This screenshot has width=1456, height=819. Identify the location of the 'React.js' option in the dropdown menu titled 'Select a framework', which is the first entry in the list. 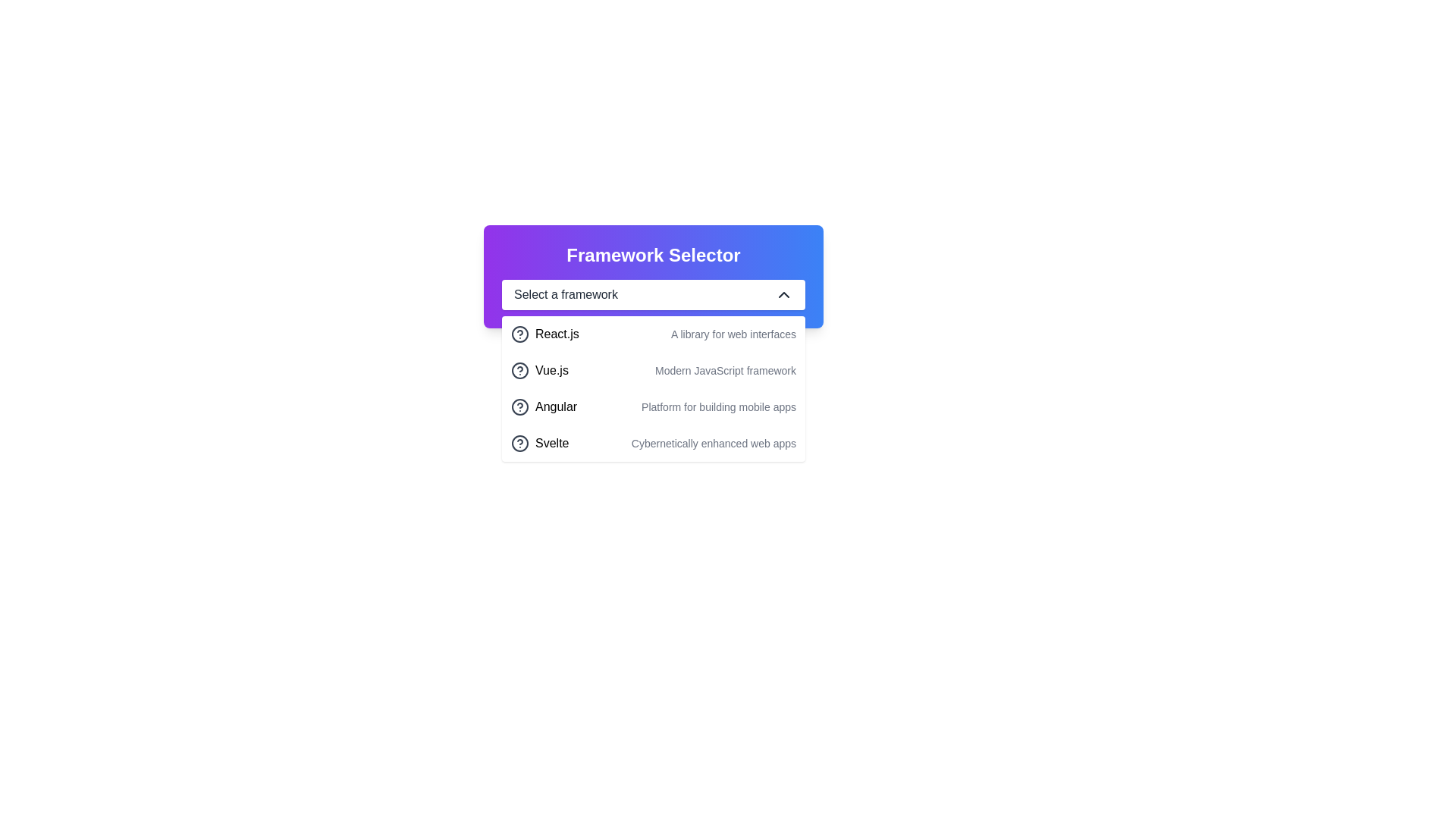
(544, 333).